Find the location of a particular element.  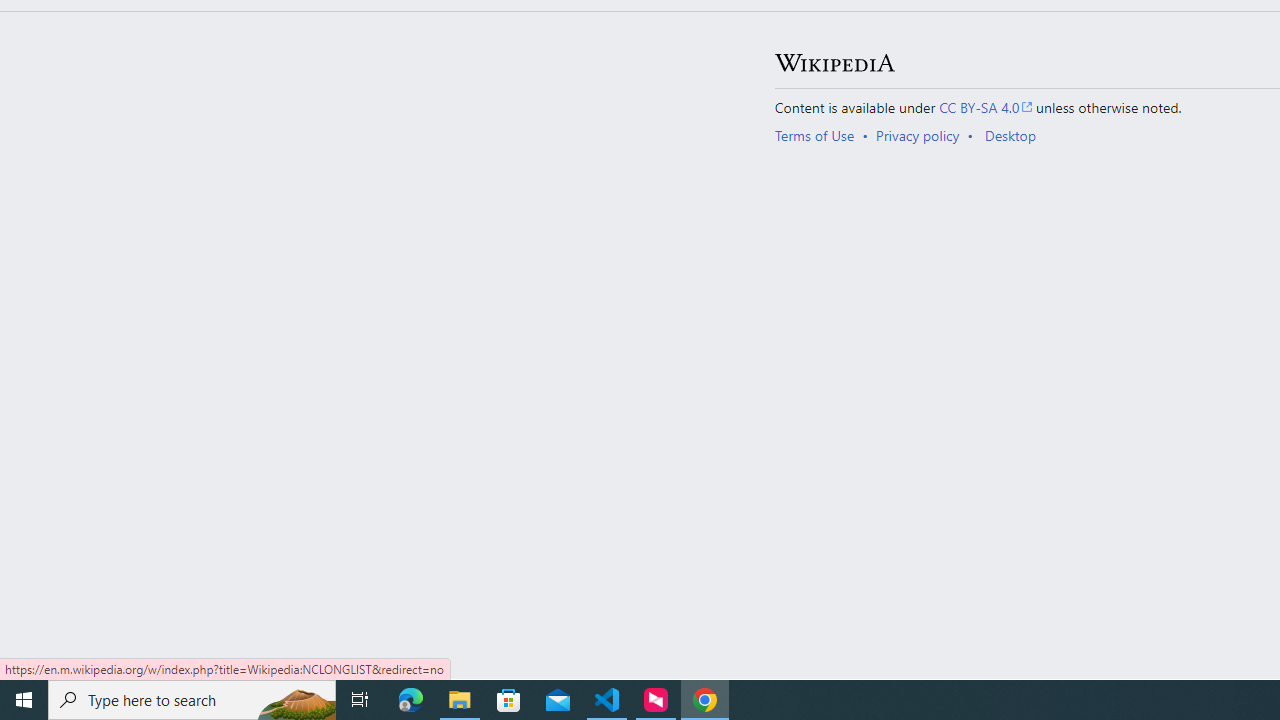

'AutomationID: footer-places-privacy' is located at coordinates (923, 135).